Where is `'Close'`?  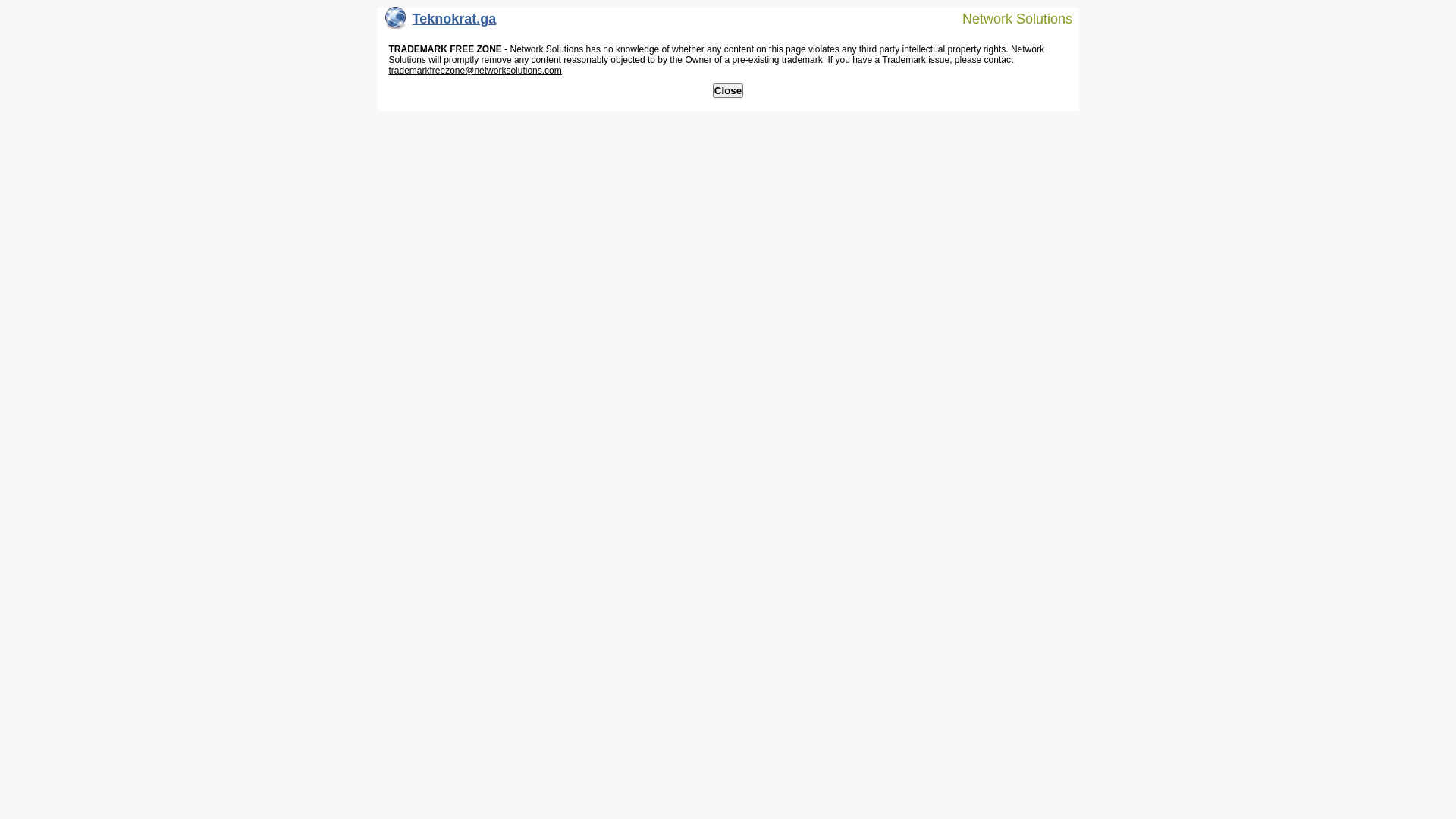
'Close' is located at coordinates (728, 90).